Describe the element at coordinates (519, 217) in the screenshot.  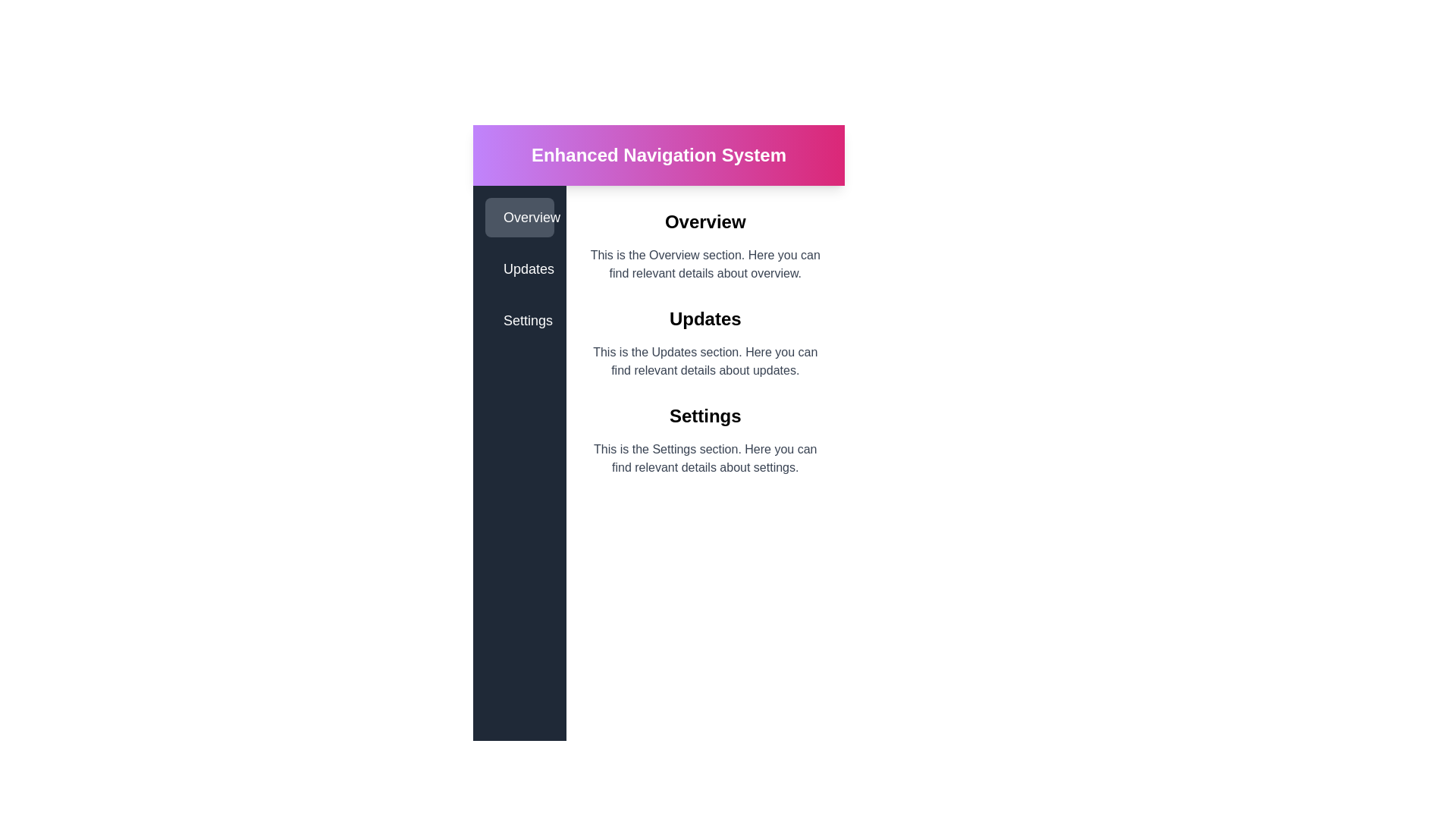
I see `the 'Overview' button, which is styled with a larger font and has a gray background, located in the sidebar navigation` at that location.